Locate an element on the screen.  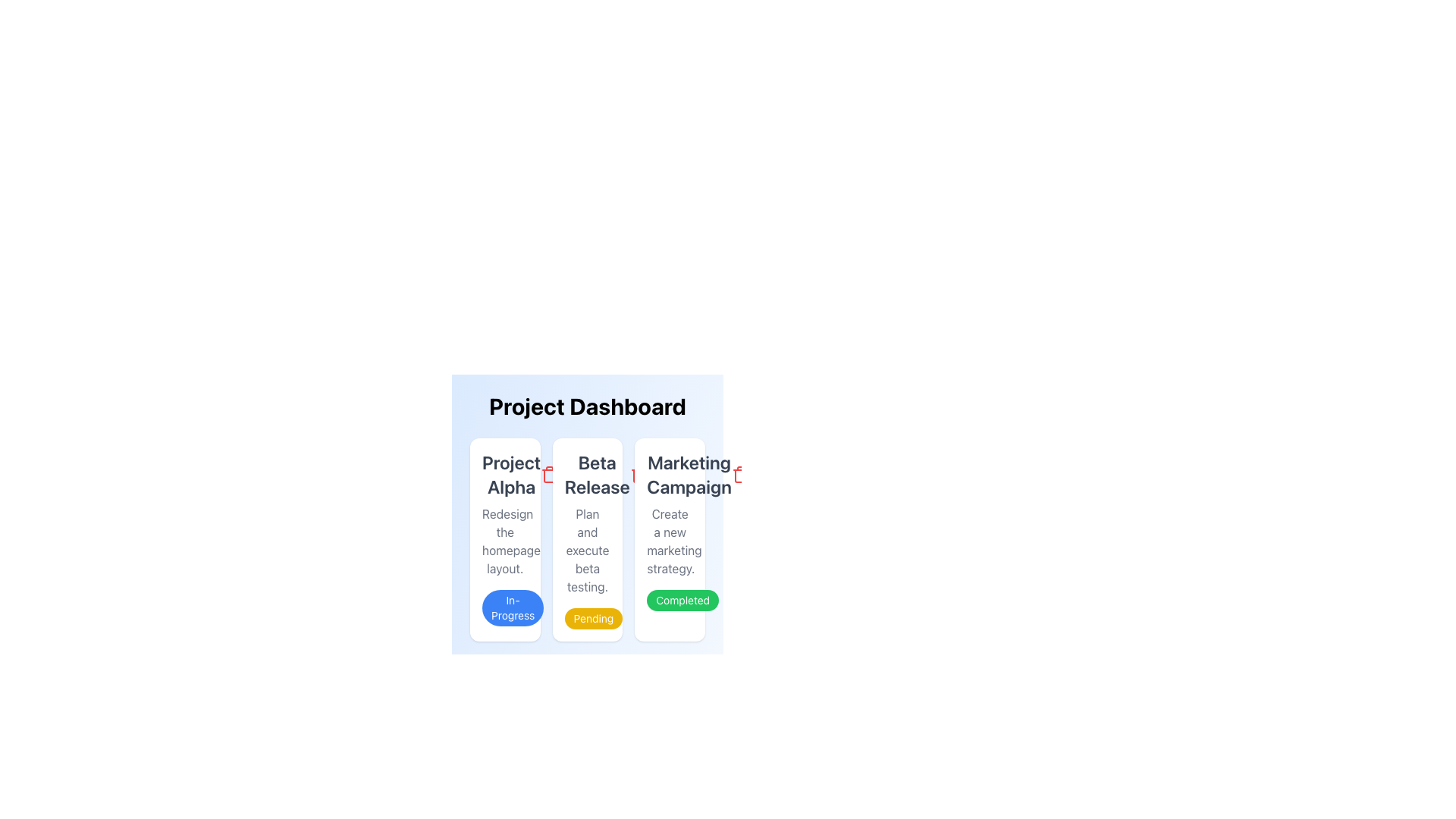
the title text 'Marketing Campaign' located at the top of the project card is located at coordinates (669, 473).